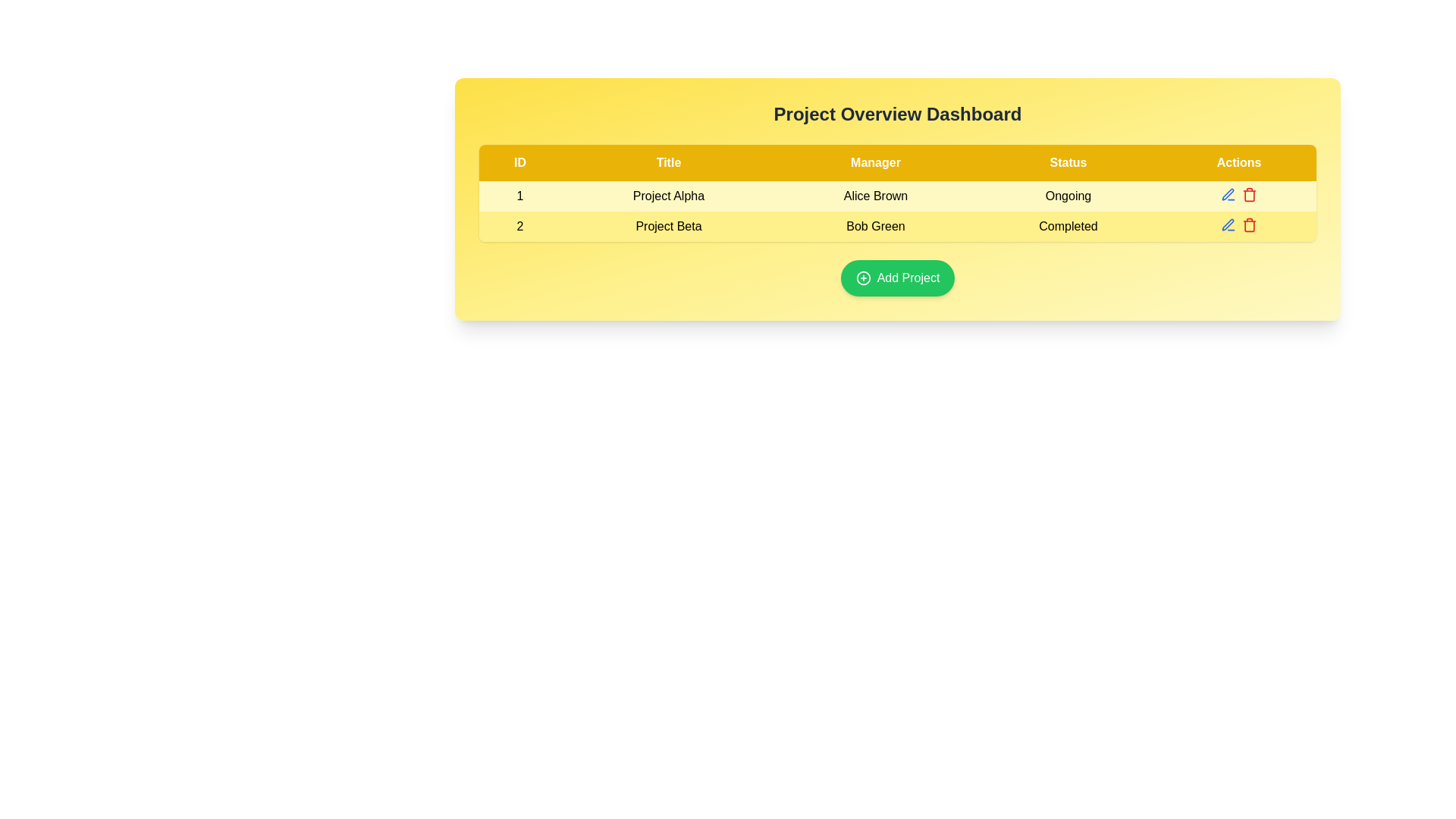 The height and width of the screenshot is (819, 1456). I want to click on numeral displayed in the text-based table cell located in the first column of the second row of the table within the yellow box labeled 'Project Overview Dashboard', so click(520, 227).